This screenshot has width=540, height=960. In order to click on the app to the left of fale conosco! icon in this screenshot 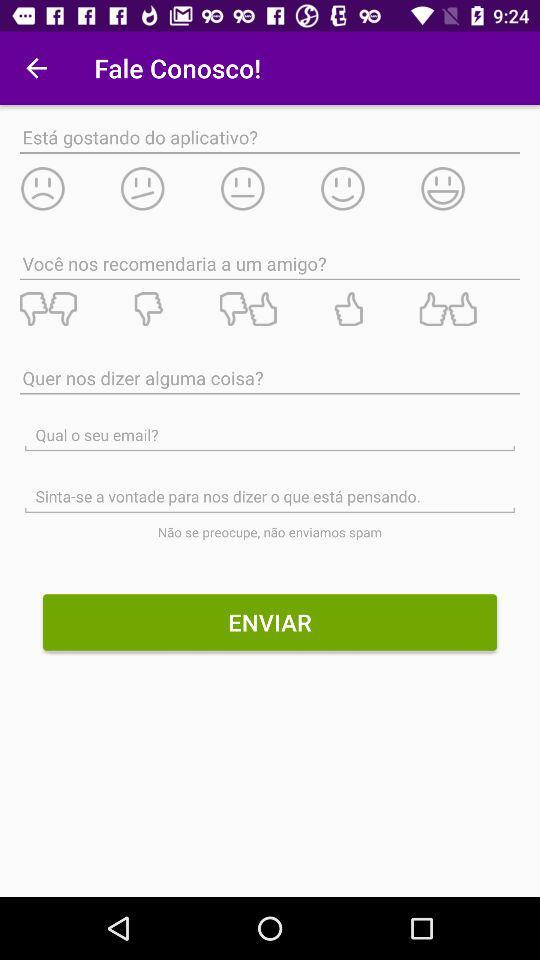, I will do `click(36, 68)`.